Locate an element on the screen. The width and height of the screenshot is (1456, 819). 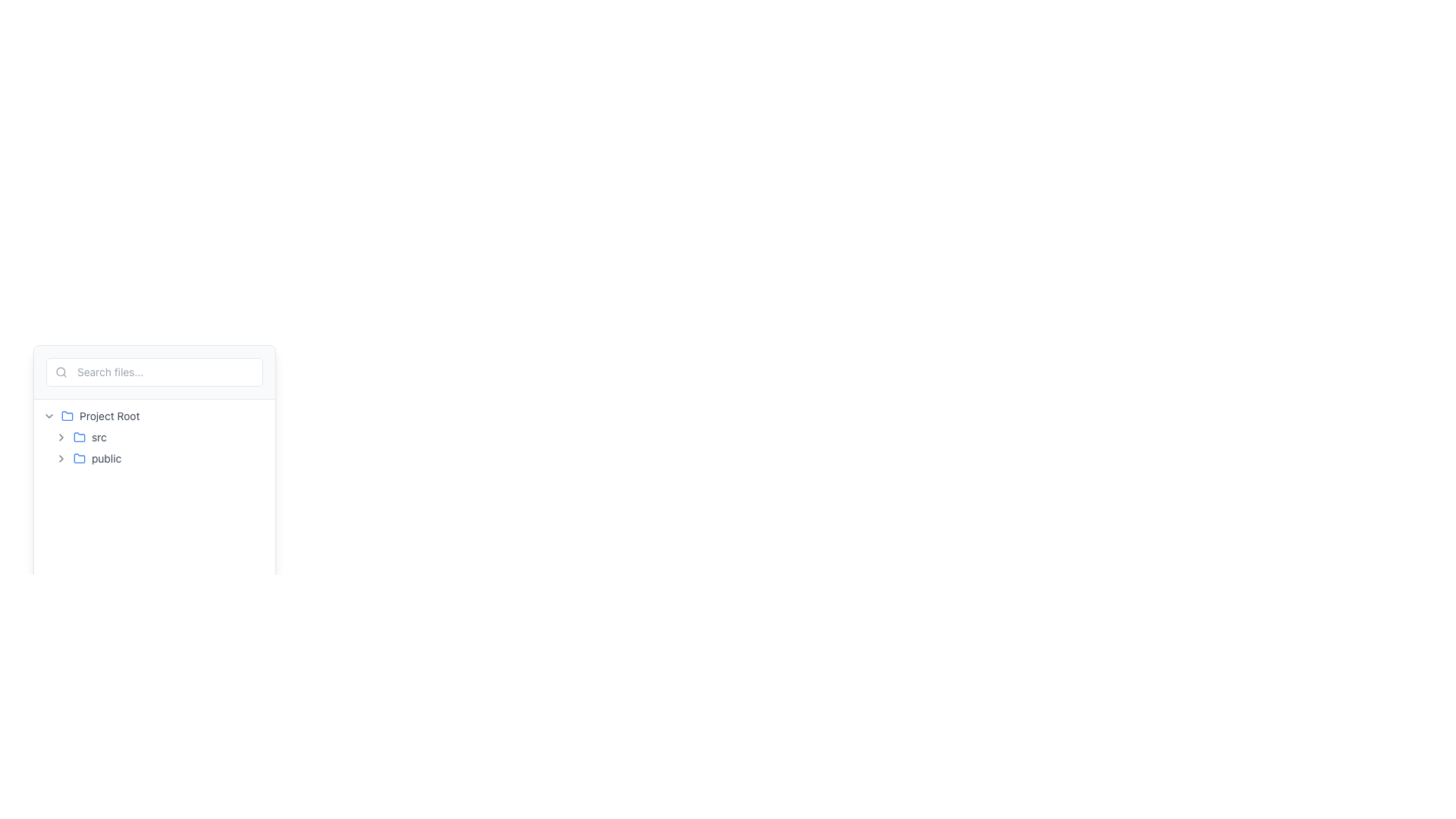
the downward-pointing chevron Toggle Icon located to the left of the 'Project Root' text is located at coordinates (49, 416).